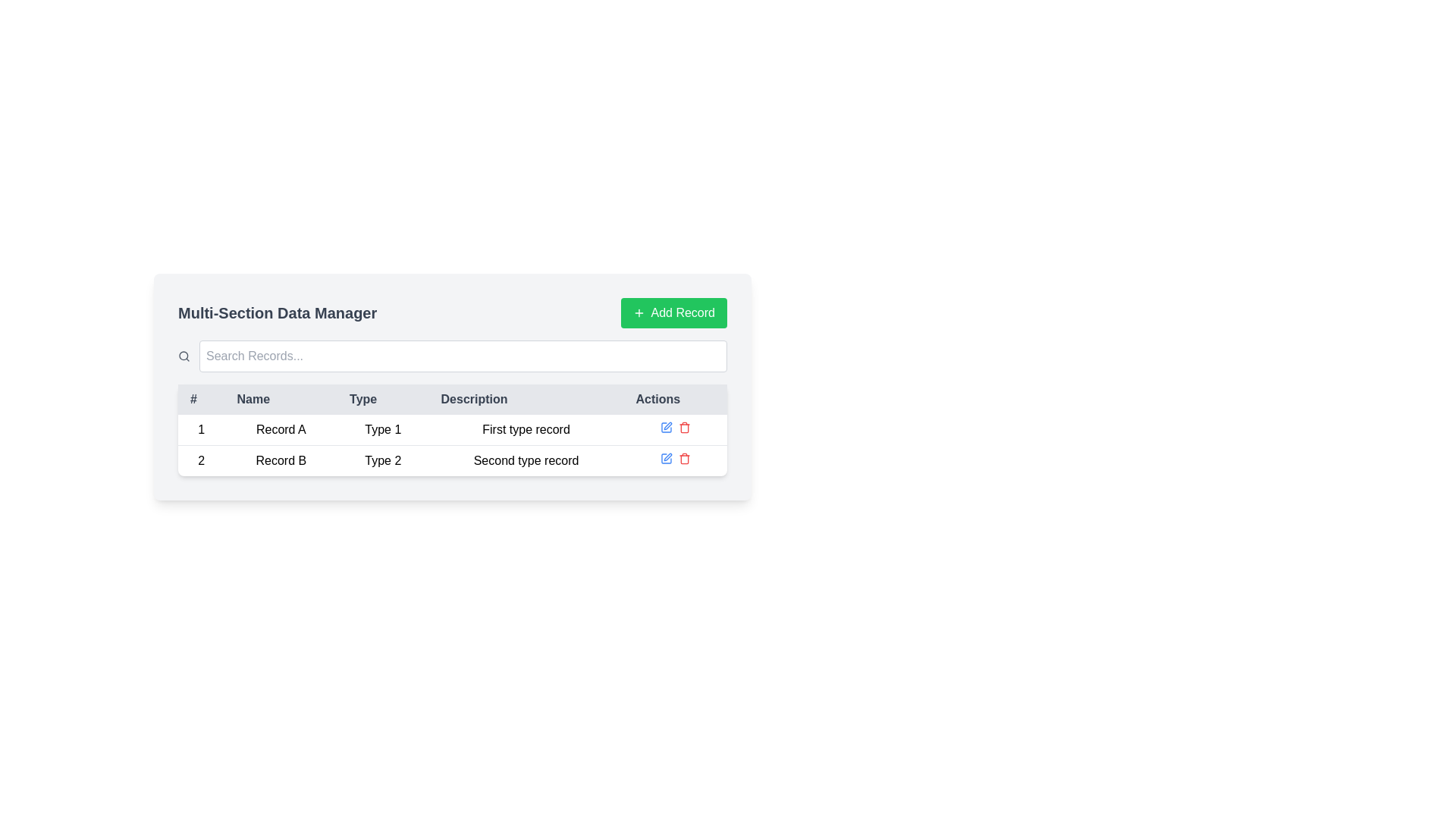 The height and width of the screenshot is (819, 1456). Describe the element at coordinates (673, 312) in the screenshot. I see `the button located in the upper-right corner of the 'Multi-Section Data Manager'` at that location.